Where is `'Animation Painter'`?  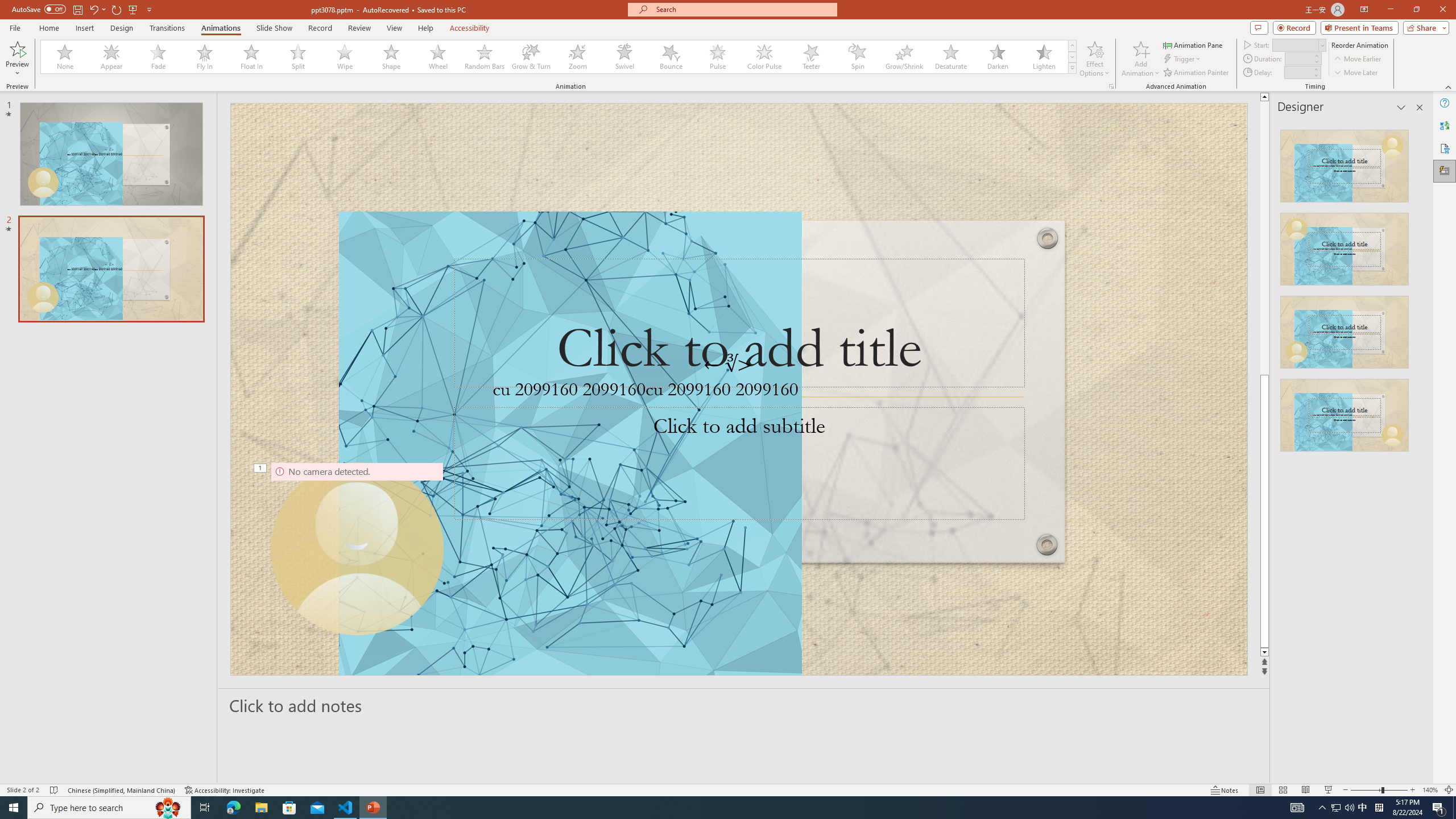 'Animation Painter' is located at coordinates (1196, 72).